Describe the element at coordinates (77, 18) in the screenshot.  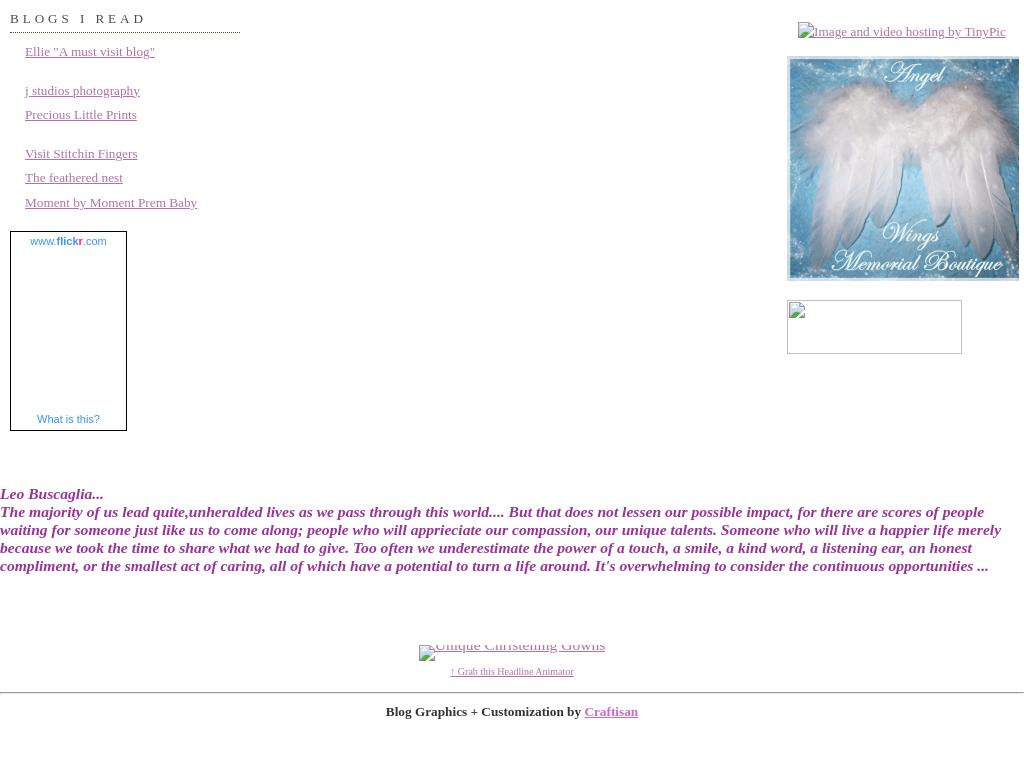
I see `'Blogs I read'` at that location.